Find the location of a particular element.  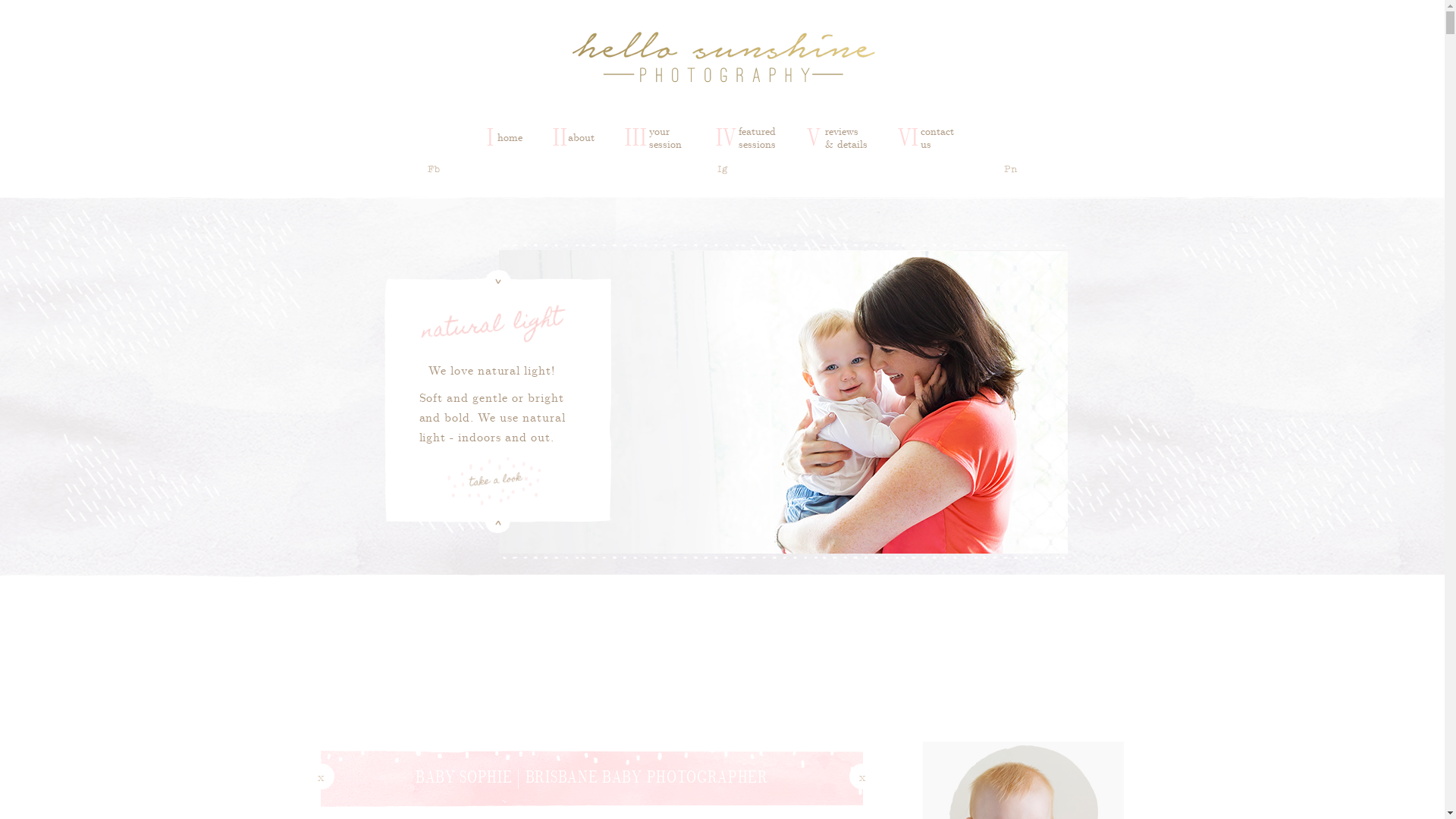

'your session' is located at coordinates (667, 137).